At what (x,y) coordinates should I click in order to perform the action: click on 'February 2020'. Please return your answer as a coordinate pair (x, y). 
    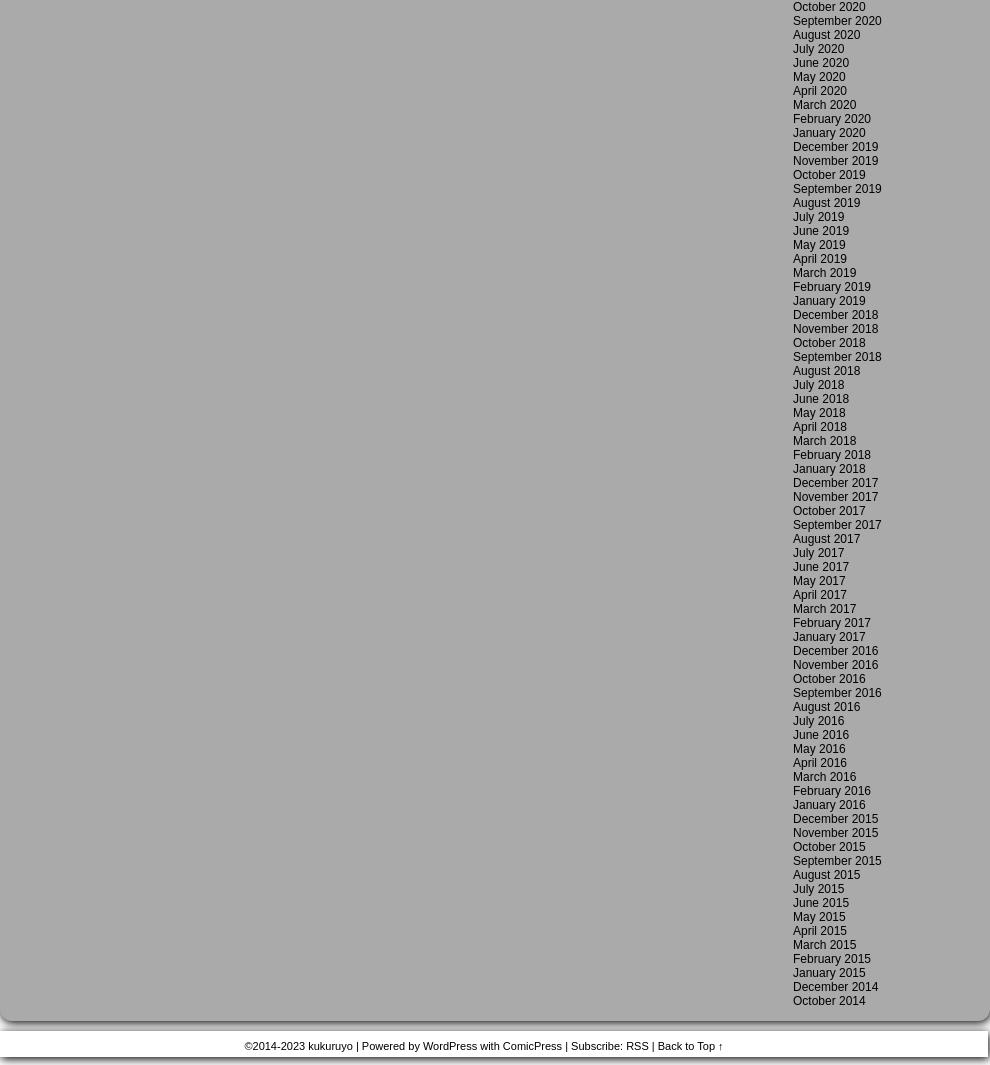
    Looking at the image, I should click on (830, 117).